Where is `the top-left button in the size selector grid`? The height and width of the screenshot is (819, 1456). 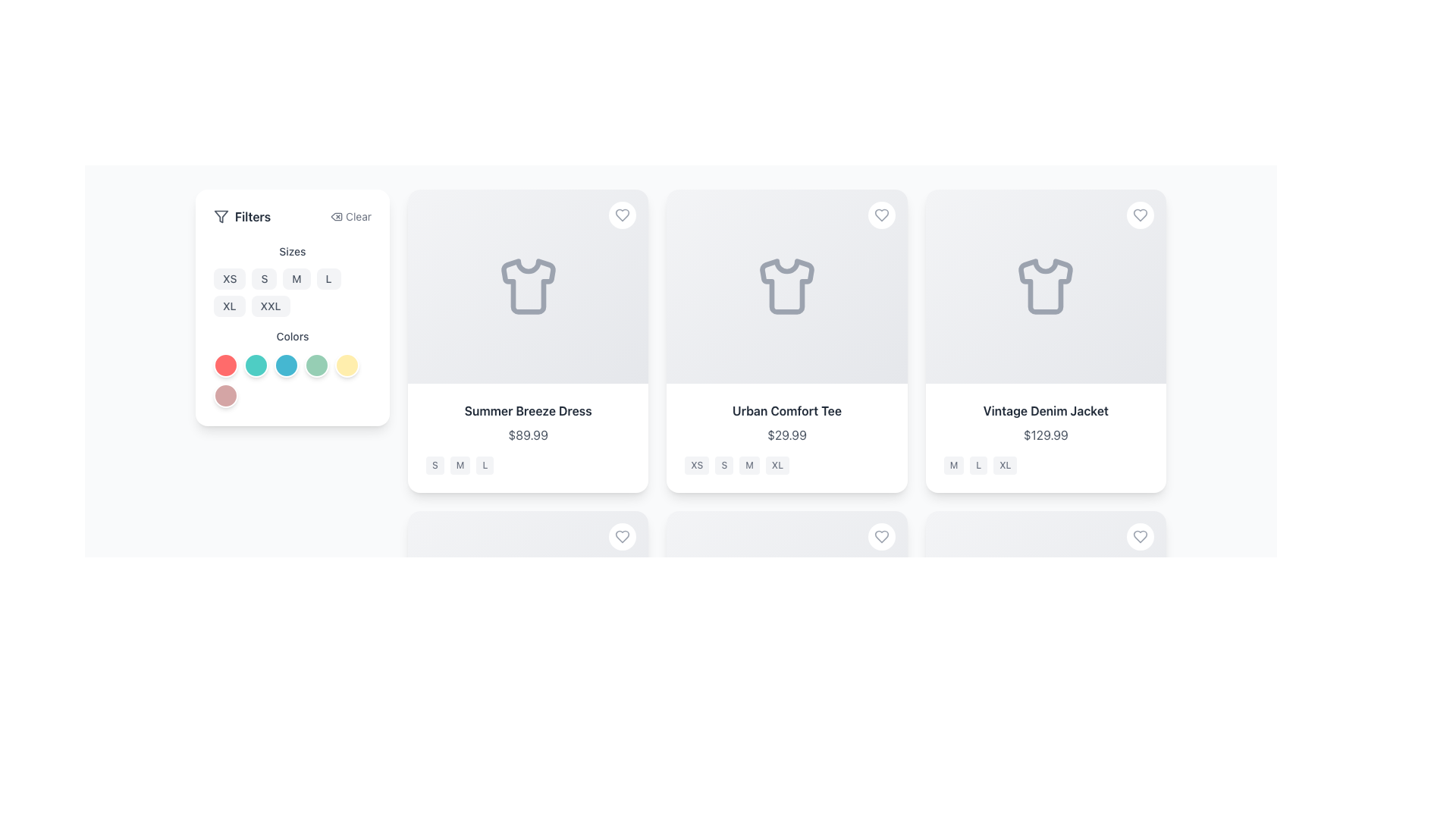 the top-left button in the size selector grid is located at coordinates (228, 278).